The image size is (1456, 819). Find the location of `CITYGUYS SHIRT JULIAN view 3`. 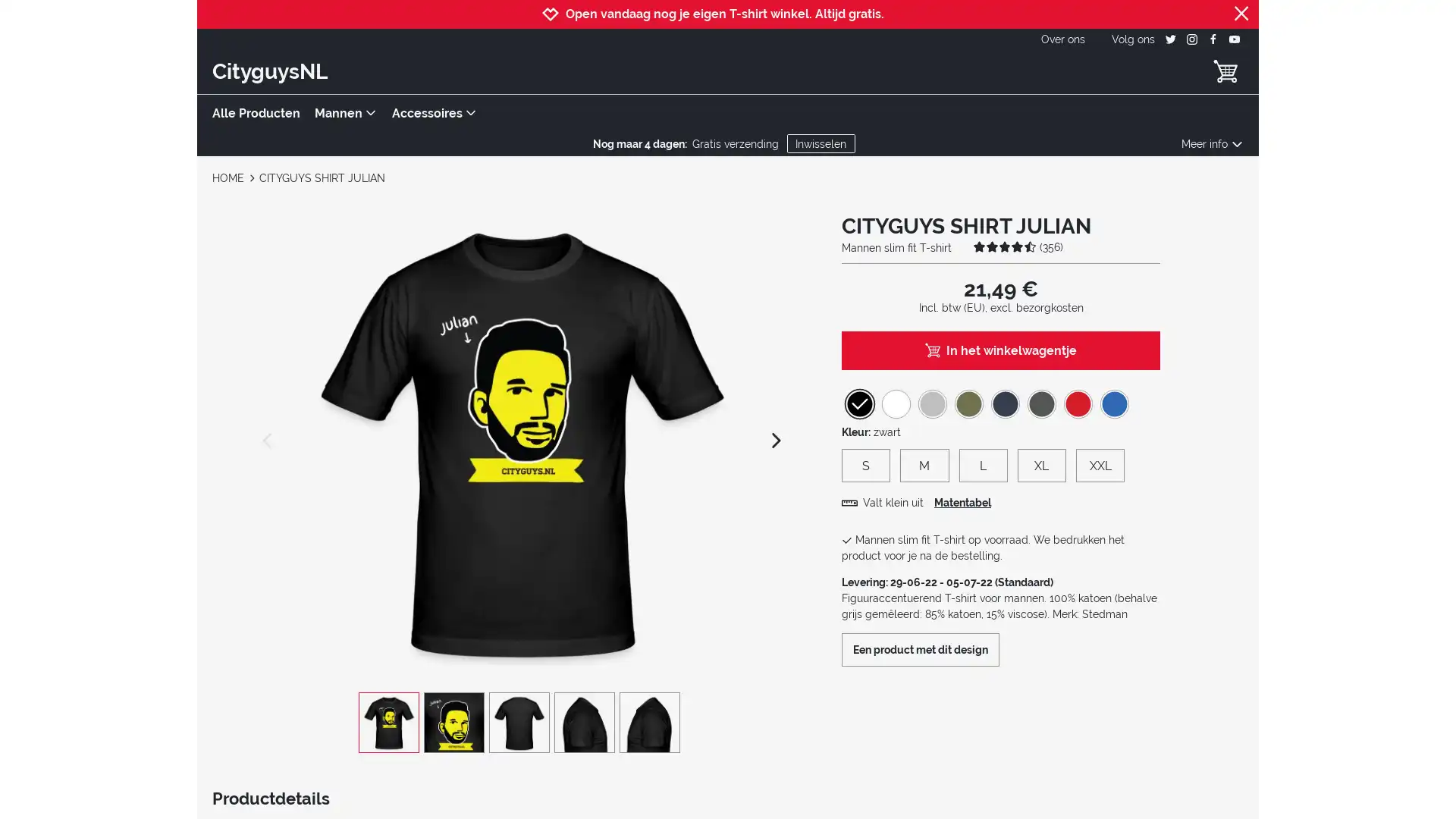

CITYGUYS SHIRT JULIAN view 3 is located at coordinates (519, 721).